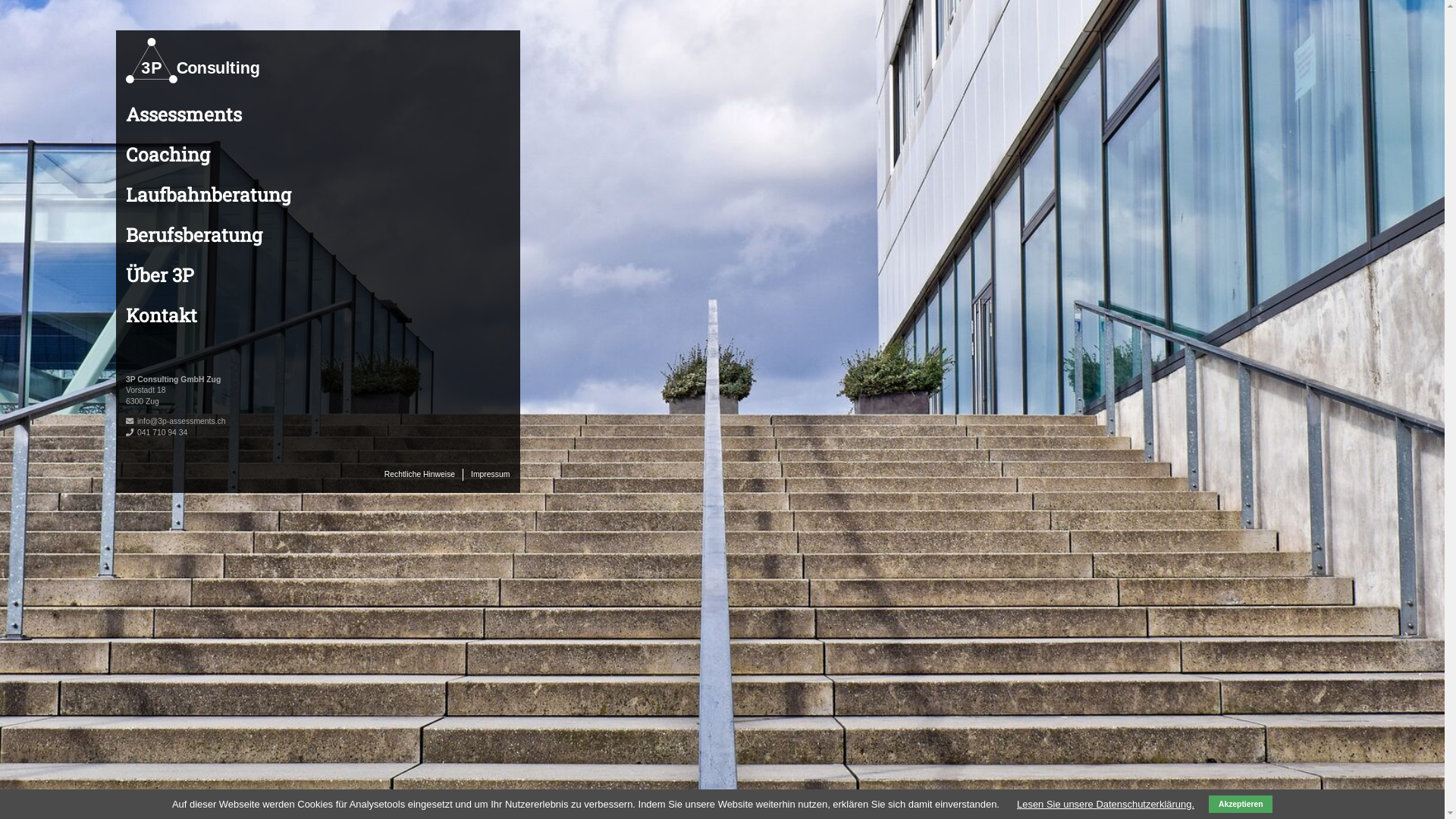 This screenshot has width=1456, height=819. Describe the element at coordinates (181, 421) in the screenshot. I see `'info@3p-assessments.ch'` at that location.